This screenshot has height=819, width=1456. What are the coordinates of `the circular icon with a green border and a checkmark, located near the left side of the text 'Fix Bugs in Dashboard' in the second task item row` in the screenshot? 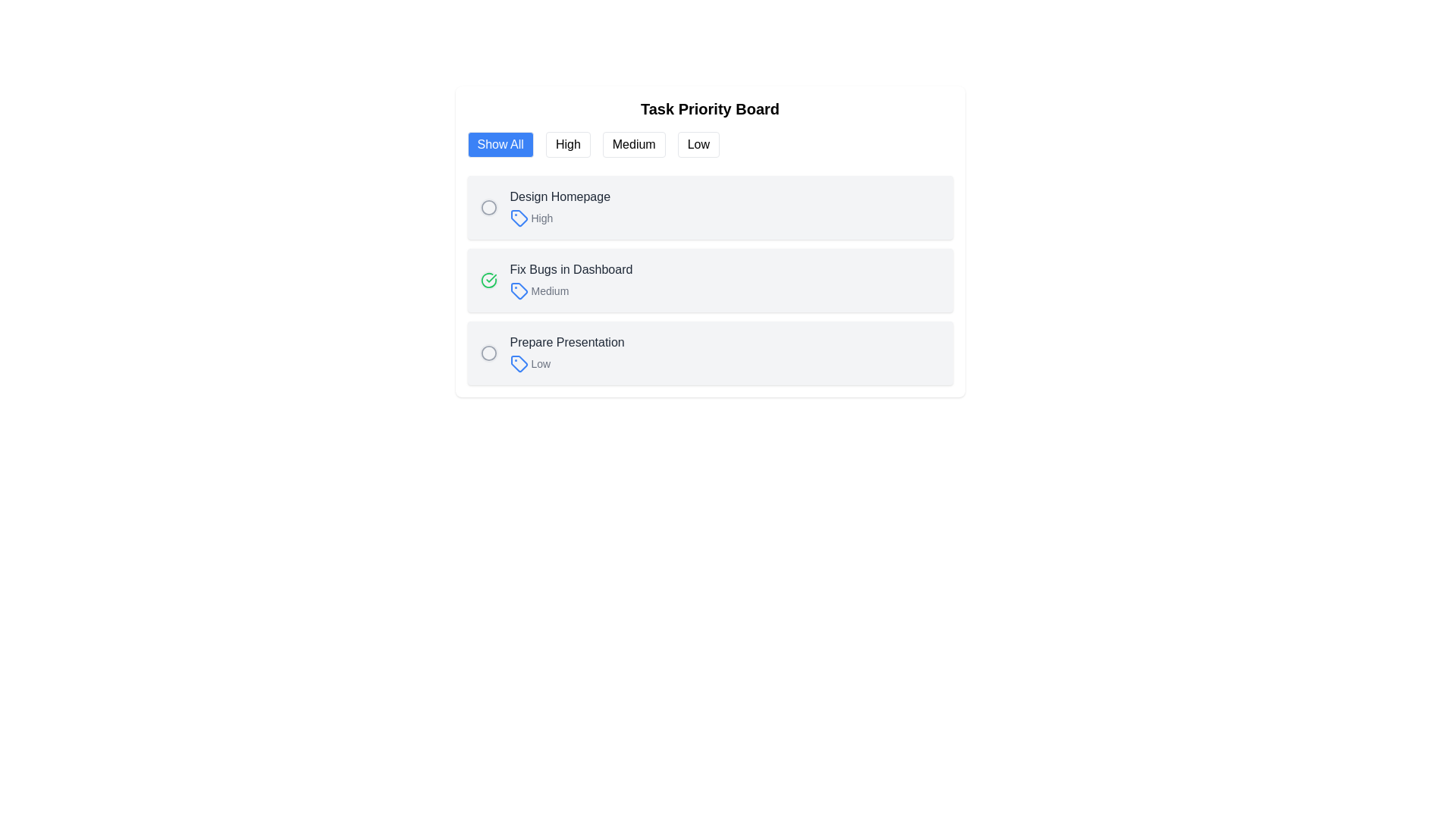 It's located at (488, 281).